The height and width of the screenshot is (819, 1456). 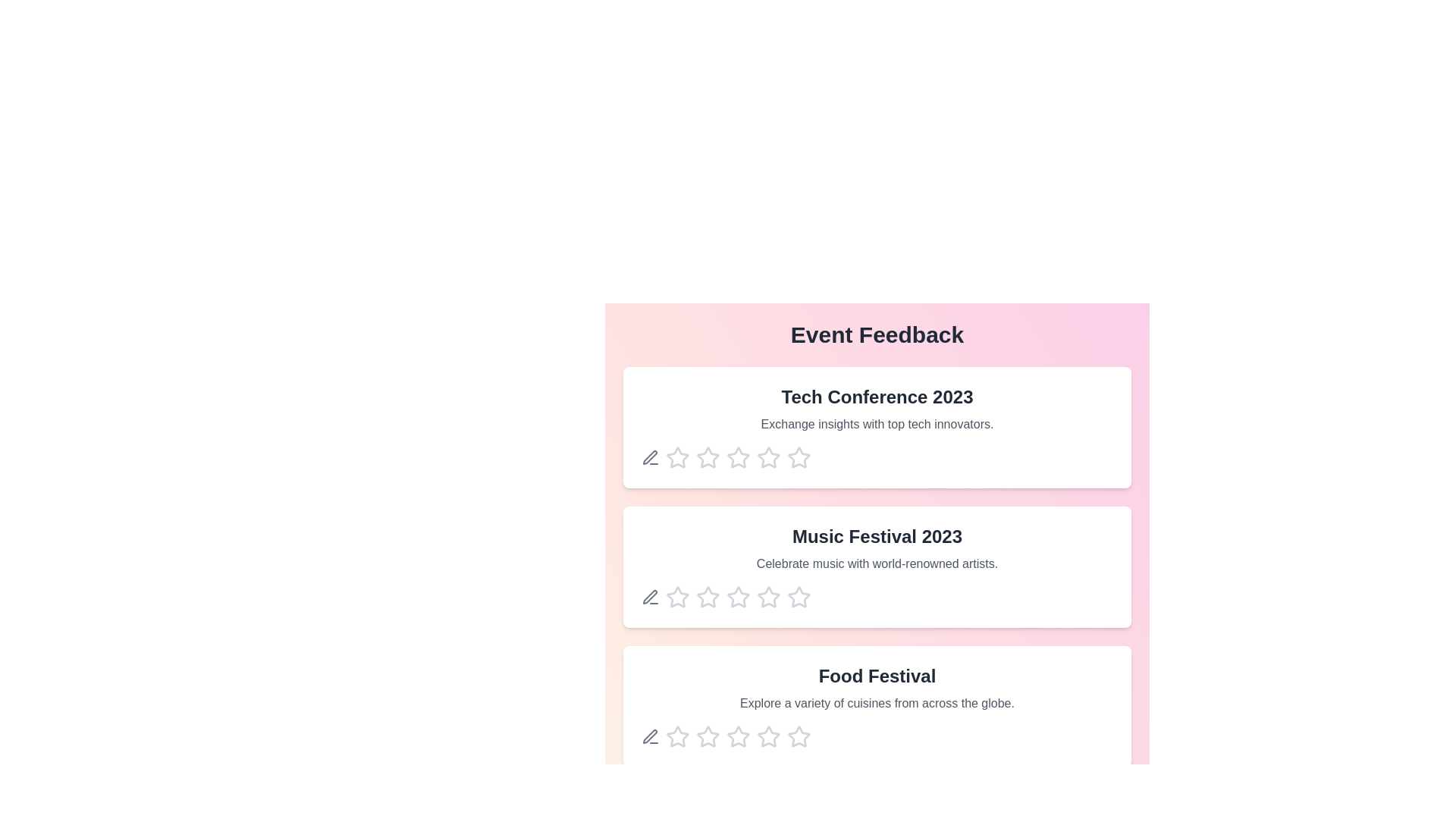 I want to click on the star corresponding to the rating 2, so click(x=708, y=457).